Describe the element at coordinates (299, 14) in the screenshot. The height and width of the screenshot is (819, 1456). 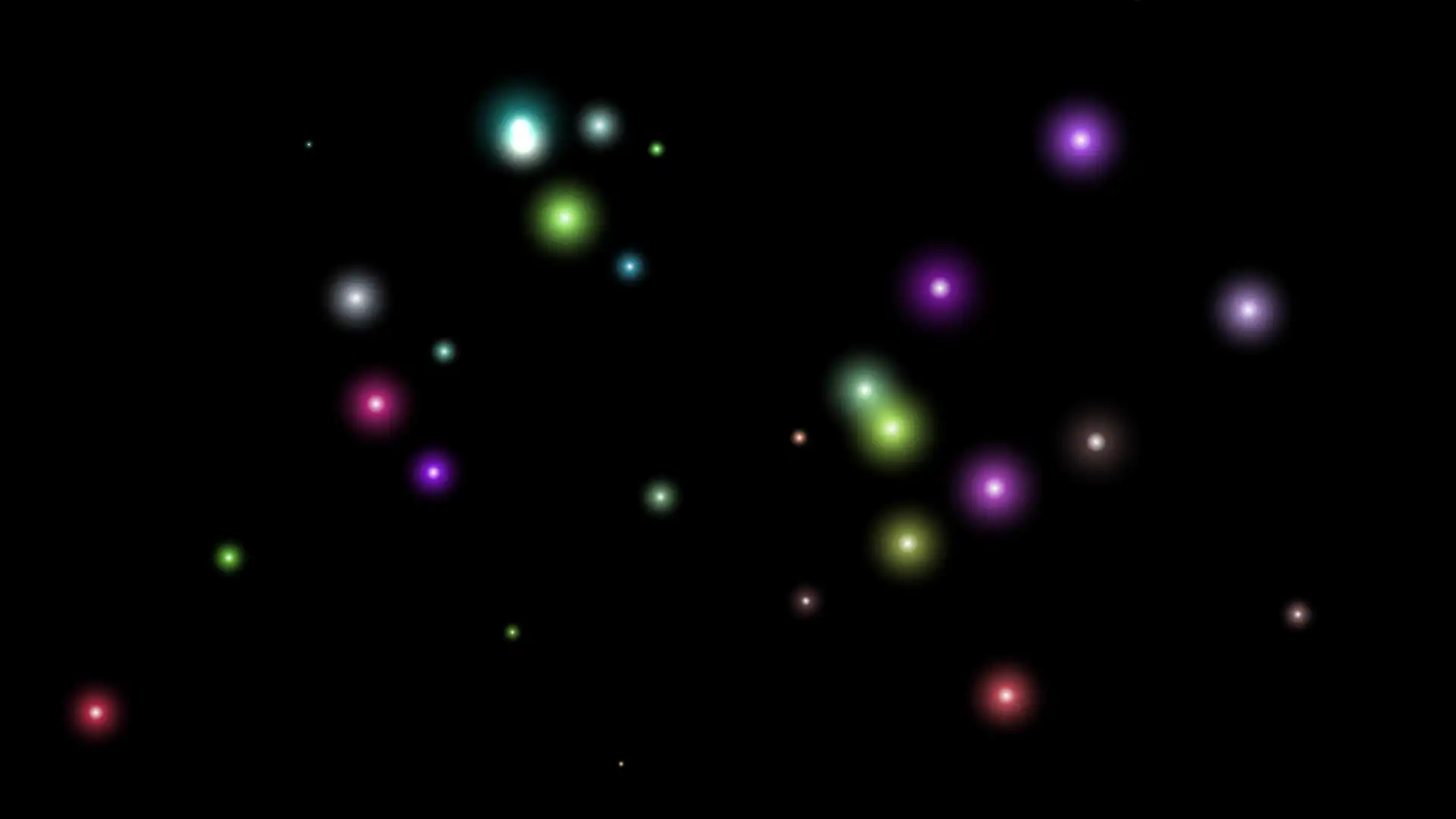
I see `More` at that location.